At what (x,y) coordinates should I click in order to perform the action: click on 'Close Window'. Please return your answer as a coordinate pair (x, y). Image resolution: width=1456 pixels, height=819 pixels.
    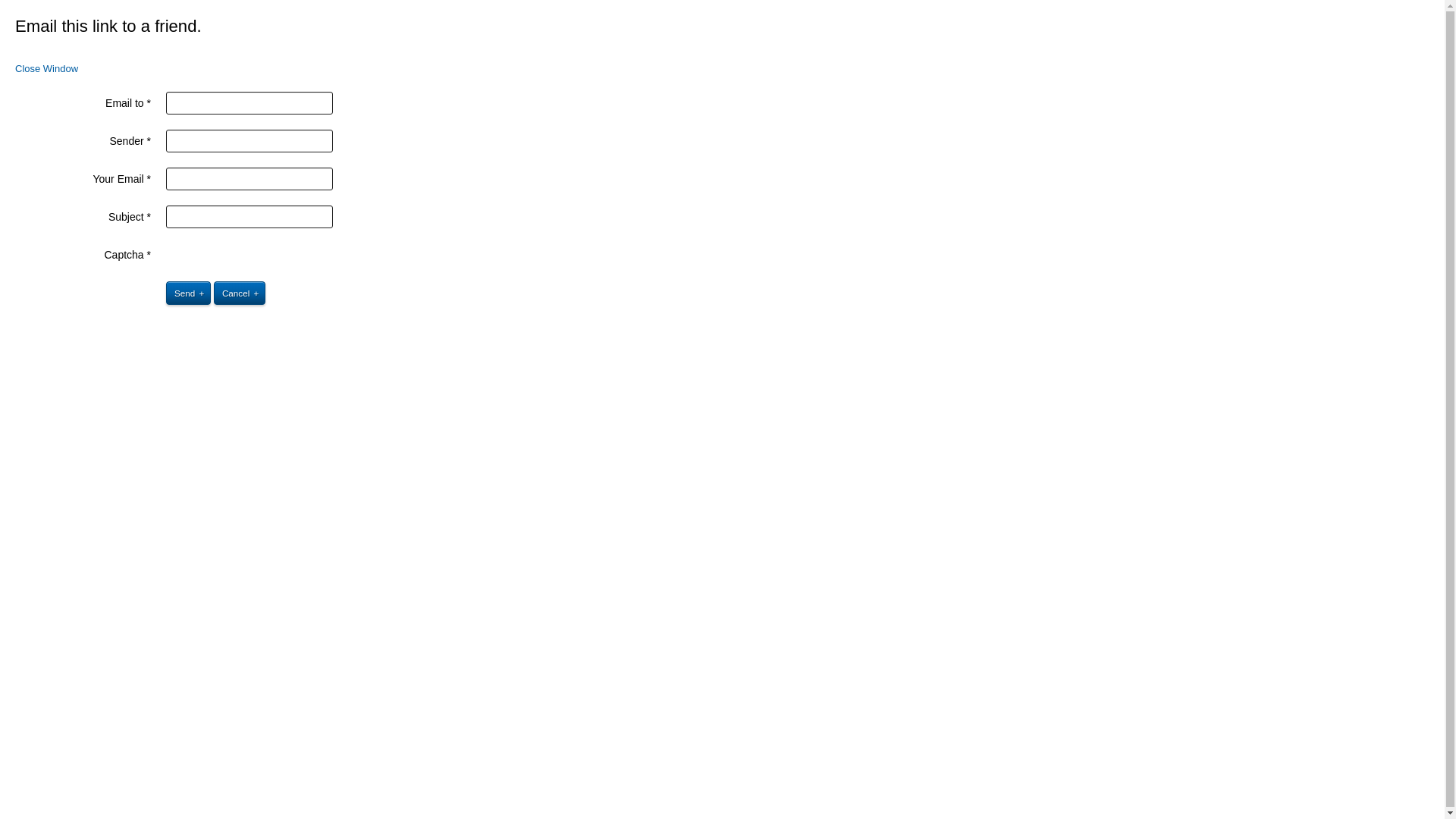
    Looking at the image, I should click on (46, 68).